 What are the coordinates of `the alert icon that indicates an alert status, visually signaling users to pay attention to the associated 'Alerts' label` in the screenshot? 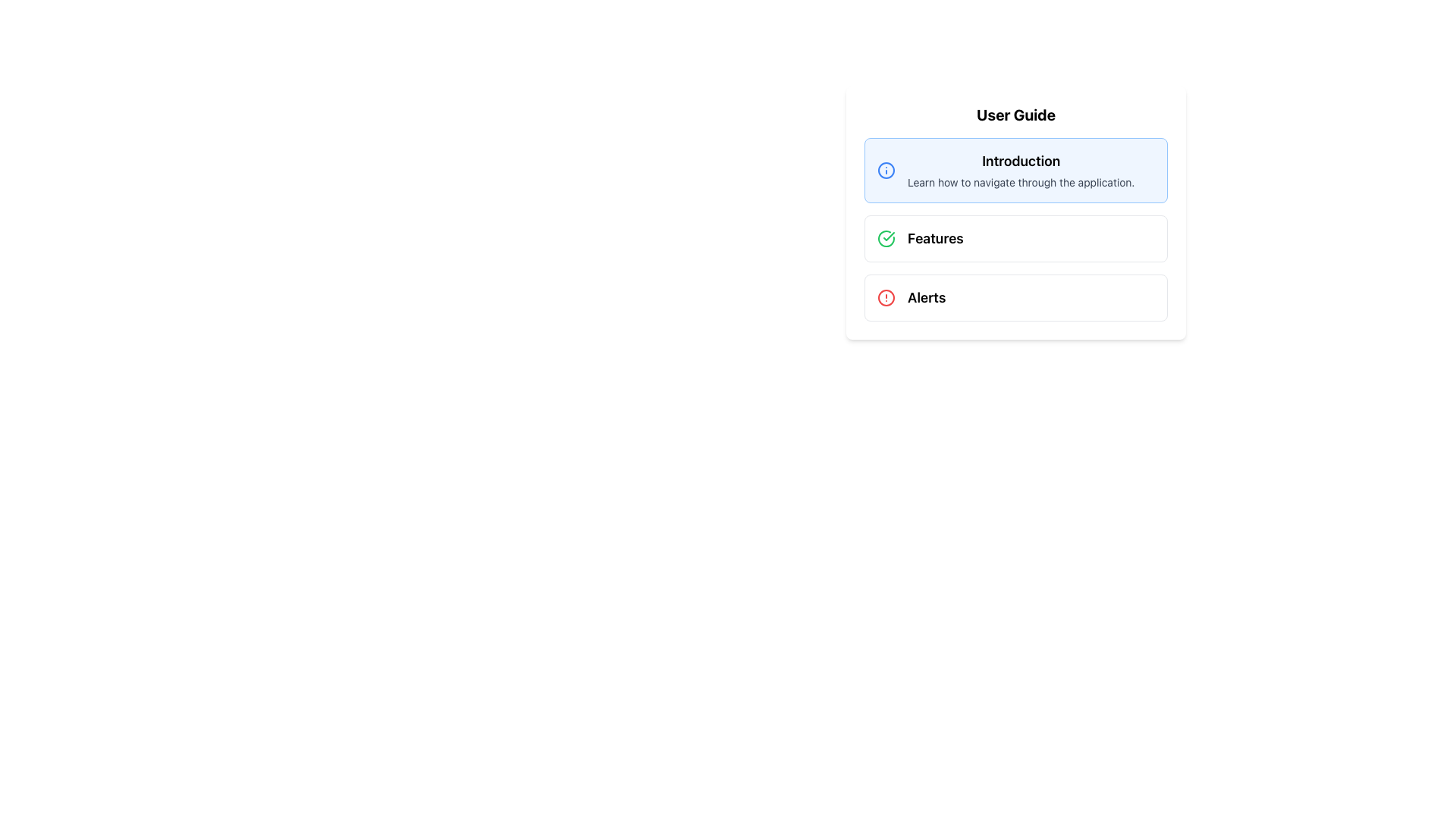 It's located at (886, 298).